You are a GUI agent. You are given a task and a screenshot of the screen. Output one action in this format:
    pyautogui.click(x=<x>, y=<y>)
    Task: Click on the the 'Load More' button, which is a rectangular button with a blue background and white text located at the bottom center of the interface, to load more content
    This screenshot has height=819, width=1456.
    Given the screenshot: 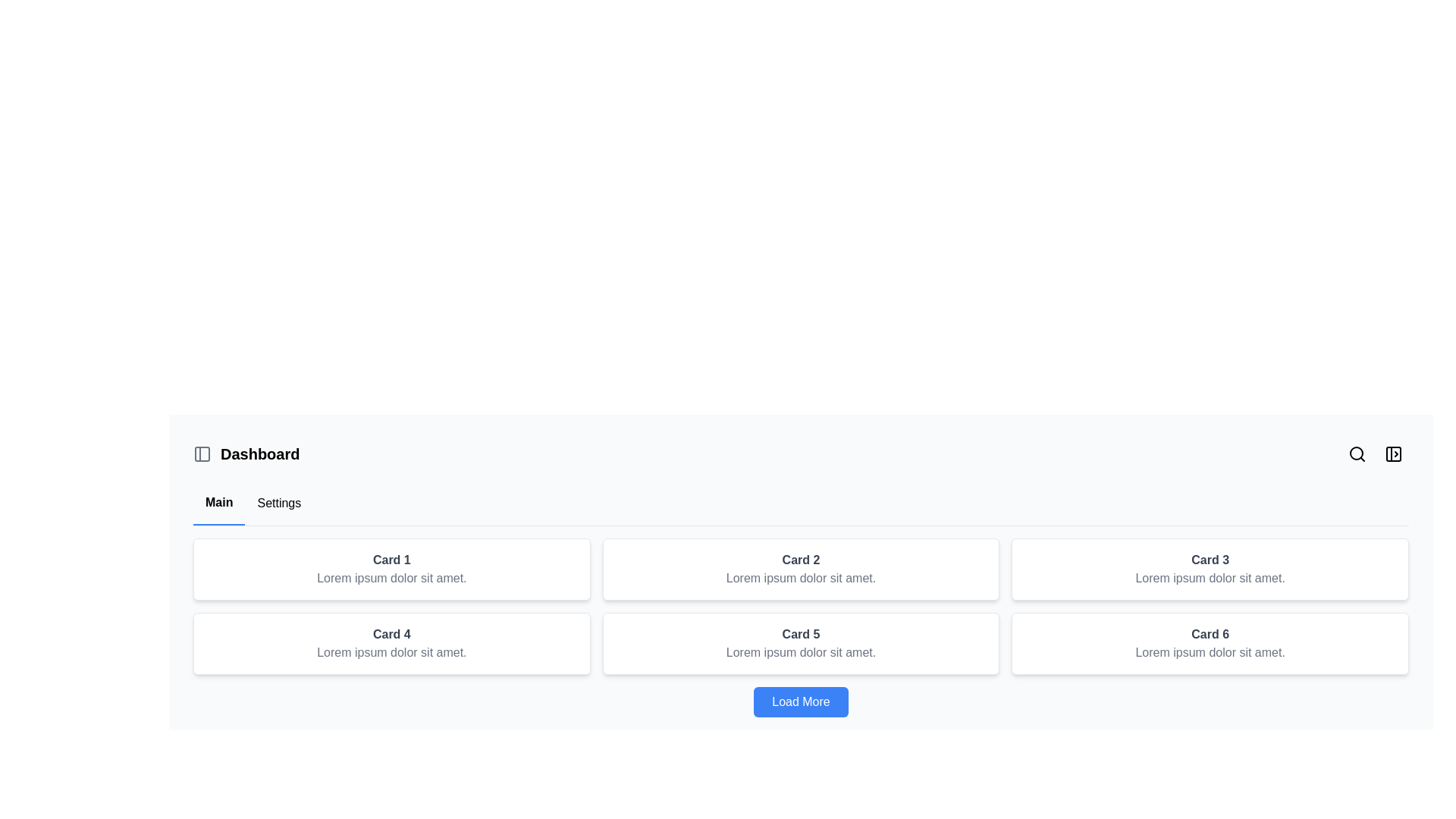 What is the action you would take?
    pyautogui.click(x=800, y=701)
    